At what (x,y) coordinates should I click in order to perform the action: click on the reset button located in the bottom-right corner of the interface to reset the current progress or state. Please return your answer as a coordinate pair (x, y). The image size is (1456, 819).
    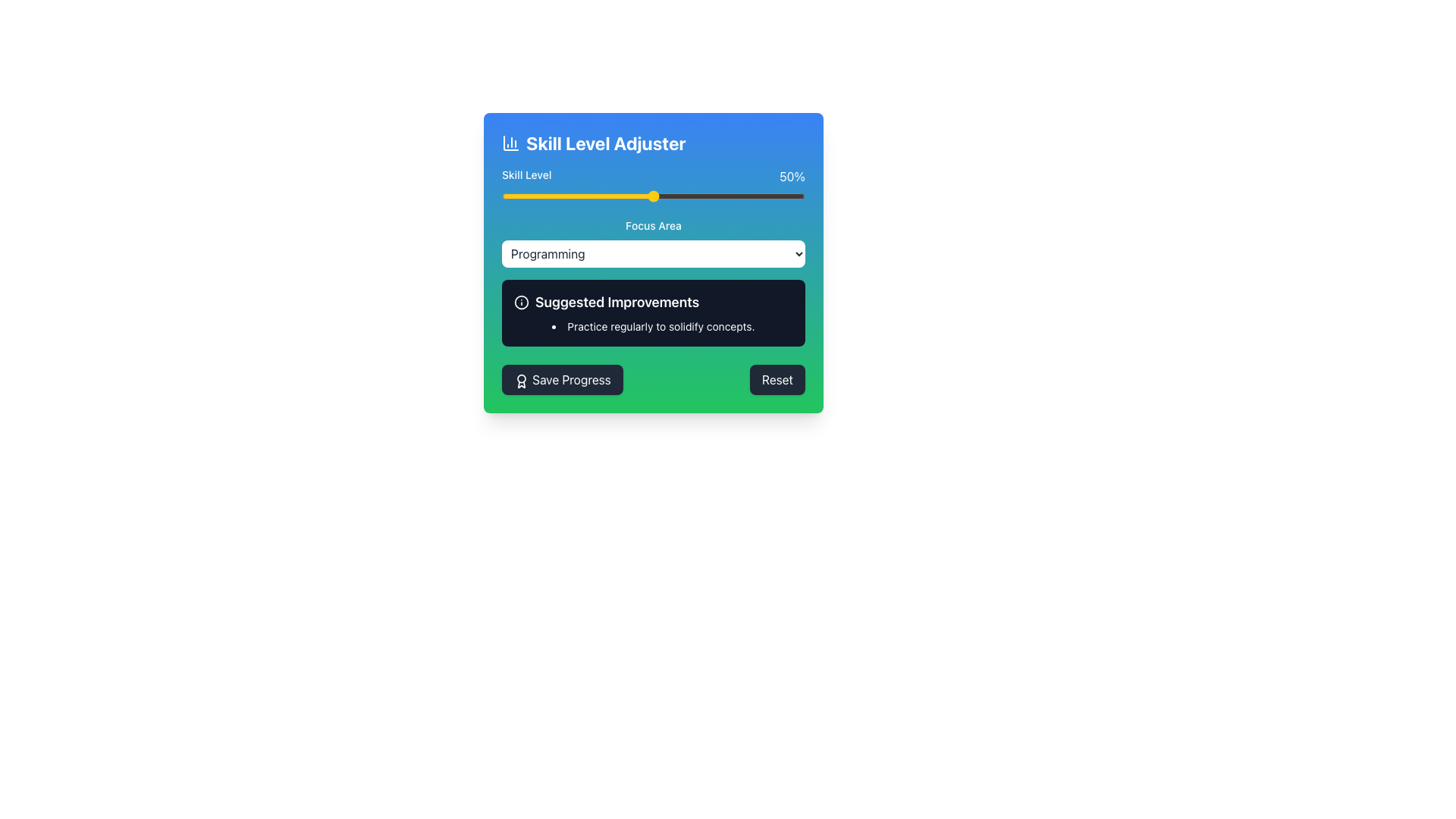
    Looking at the image, I should click on (777, 379).